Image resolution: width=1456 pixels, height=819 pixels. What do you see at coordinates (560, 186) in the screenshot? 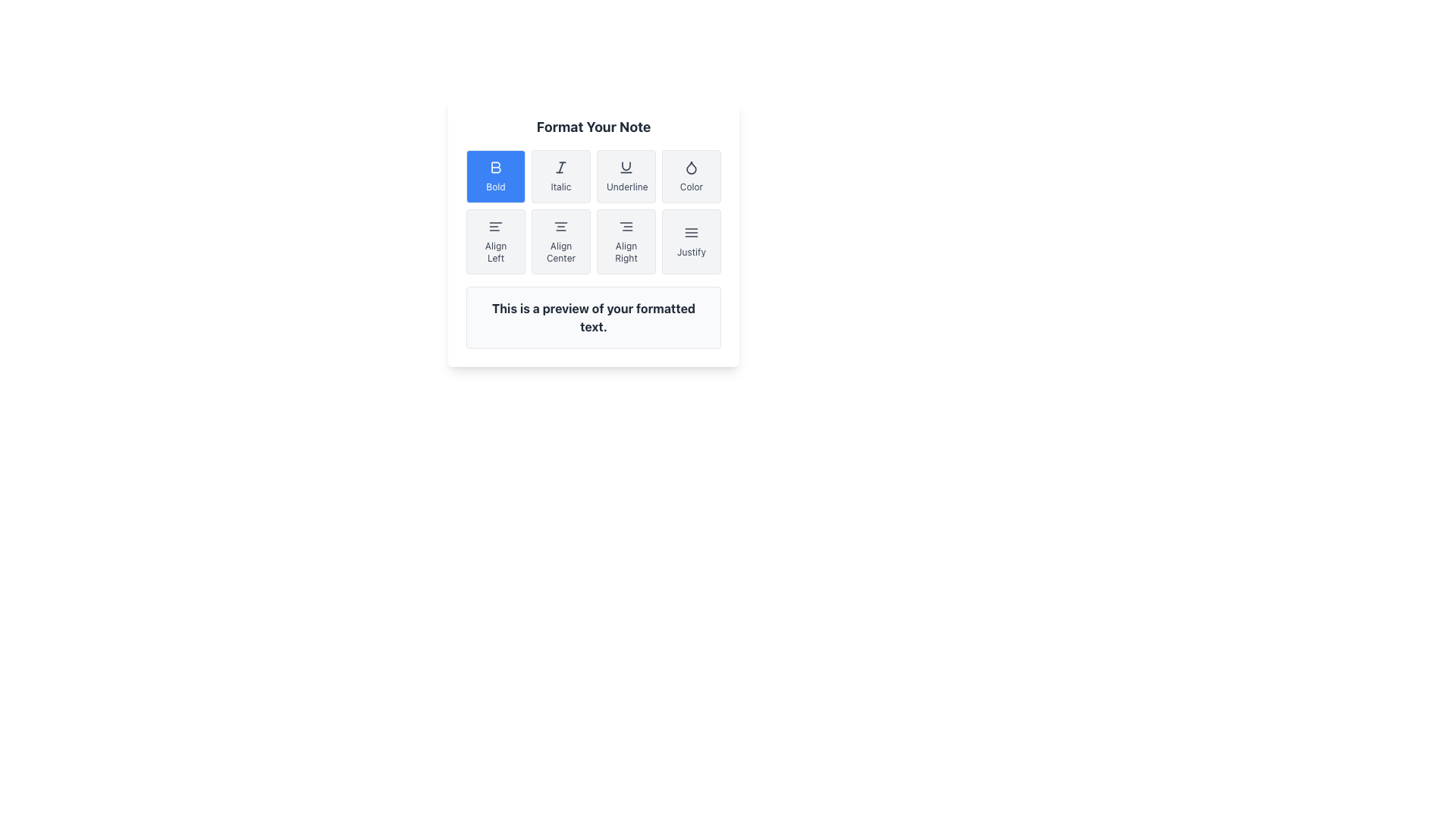
I see `text label that indicates the functionality of the italic formatting button, located below the italic icon in the formatting section` at bounding box center [560, 186].